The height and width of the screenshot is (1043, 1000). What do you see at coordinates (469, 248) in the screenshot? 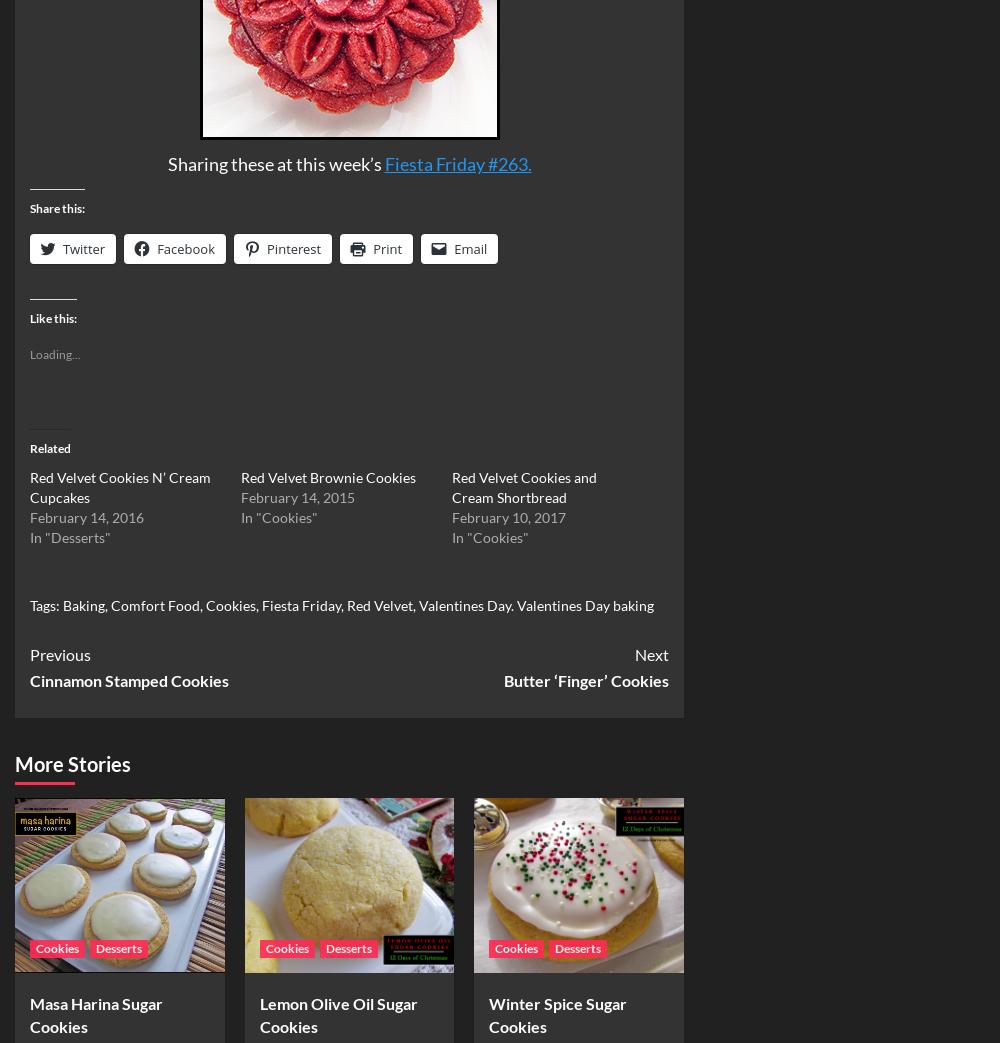
I see `'Email'` at bounding box center [469, 248].